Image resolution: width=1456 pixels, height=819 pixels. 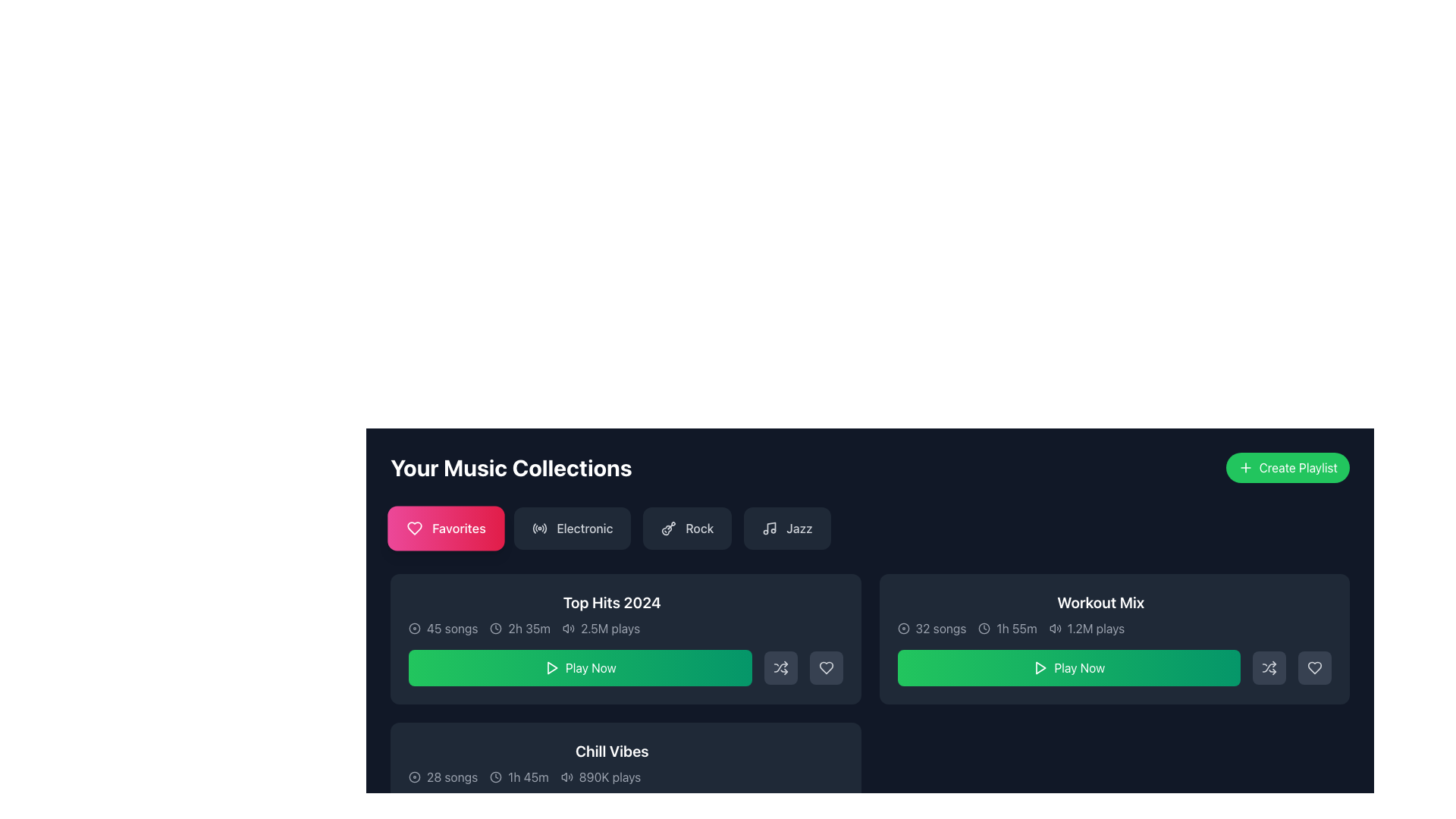 I want to click on the triangular play icon located in the center of the 'Play Now' button under the 'Workout Mix' heading to initiate playback, so click(x=1040, y=667).